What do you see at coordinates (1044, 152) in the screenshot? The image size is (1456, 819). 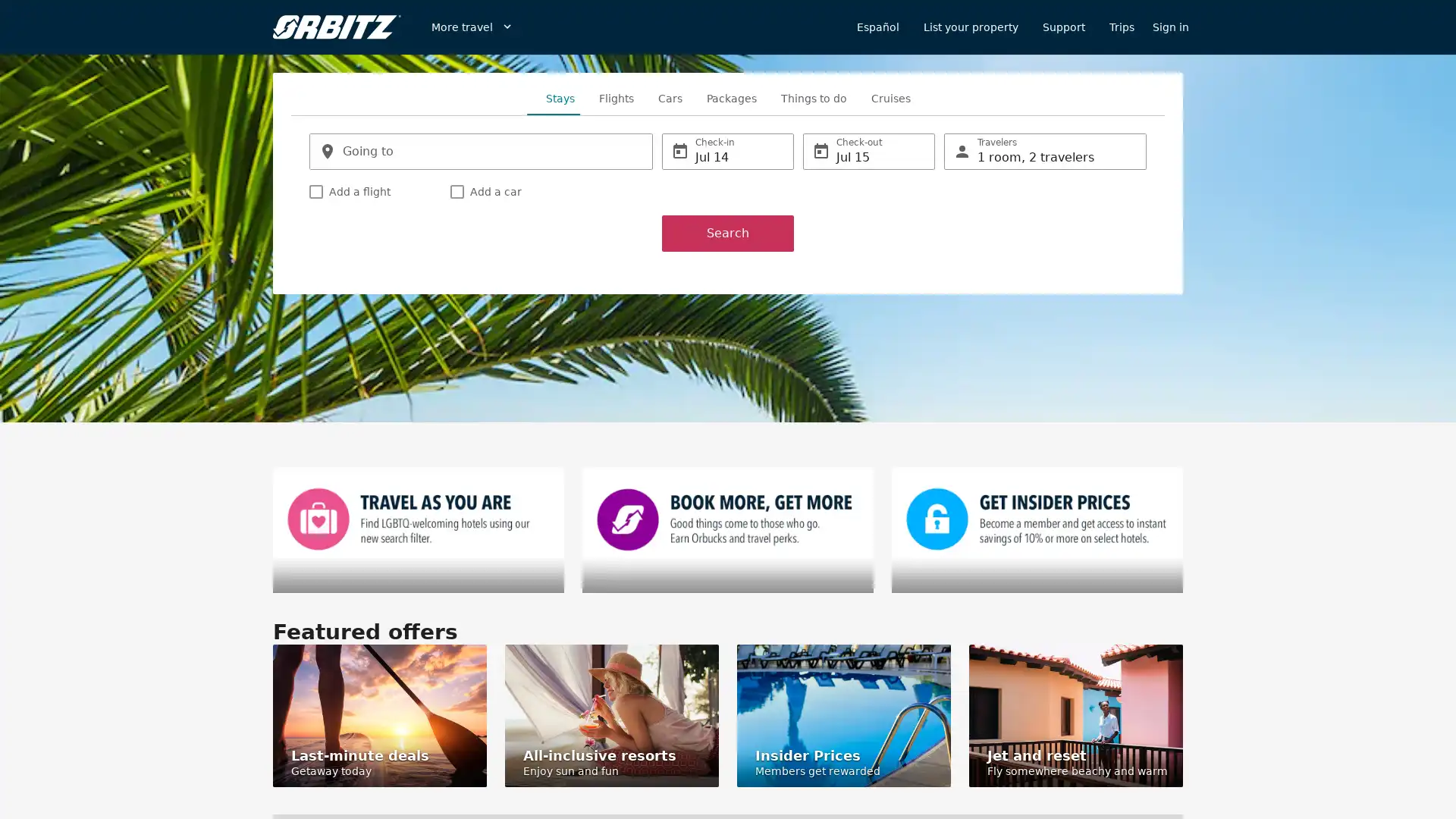 I see `1 room, 2 travelers` at bounding box center [1044, 152].